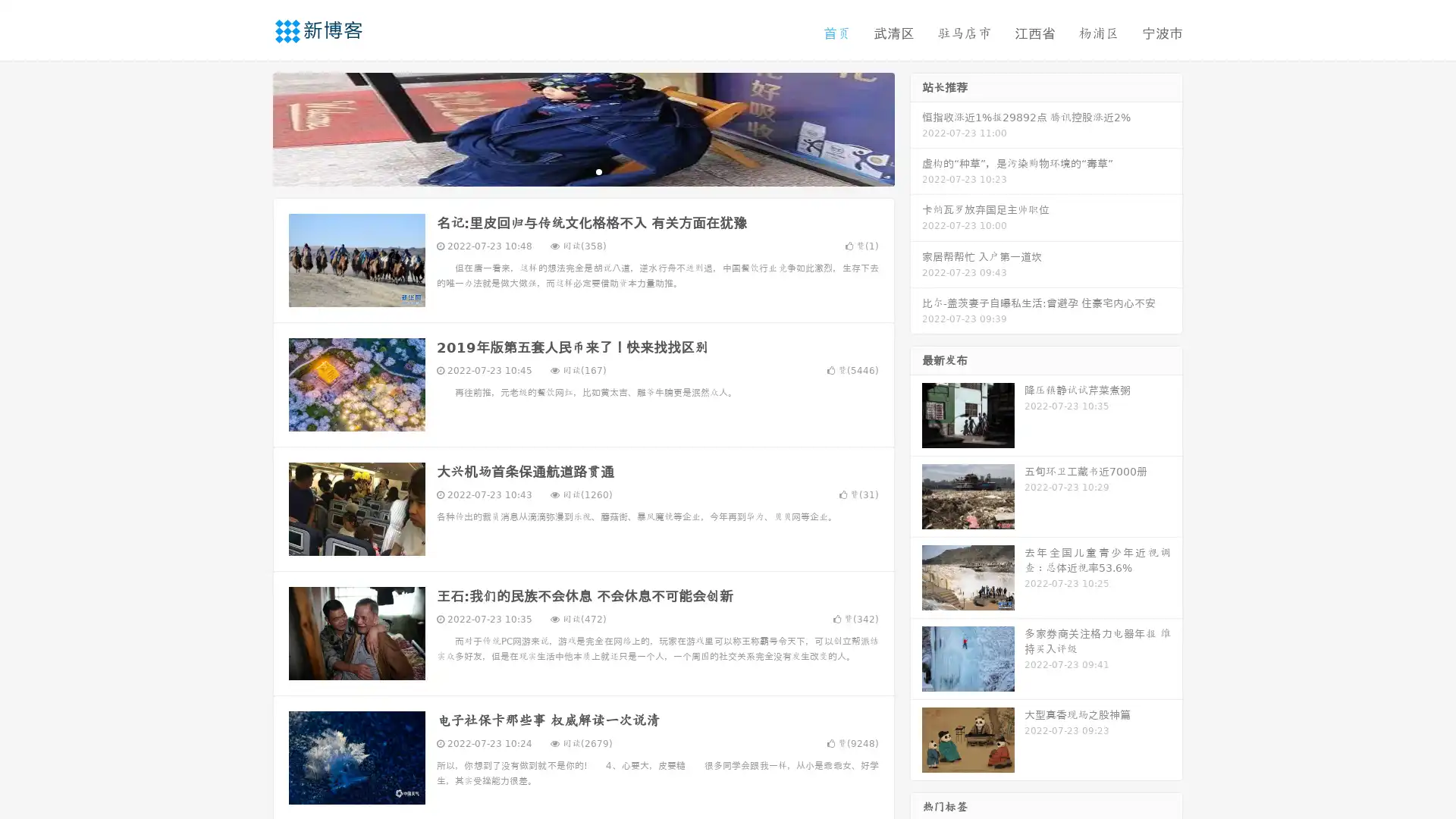 This screenshot has width=1456, height=819. Describe the element at coordinates (582, 171) in the screenshot. I see `Go to slide 2` at that location.